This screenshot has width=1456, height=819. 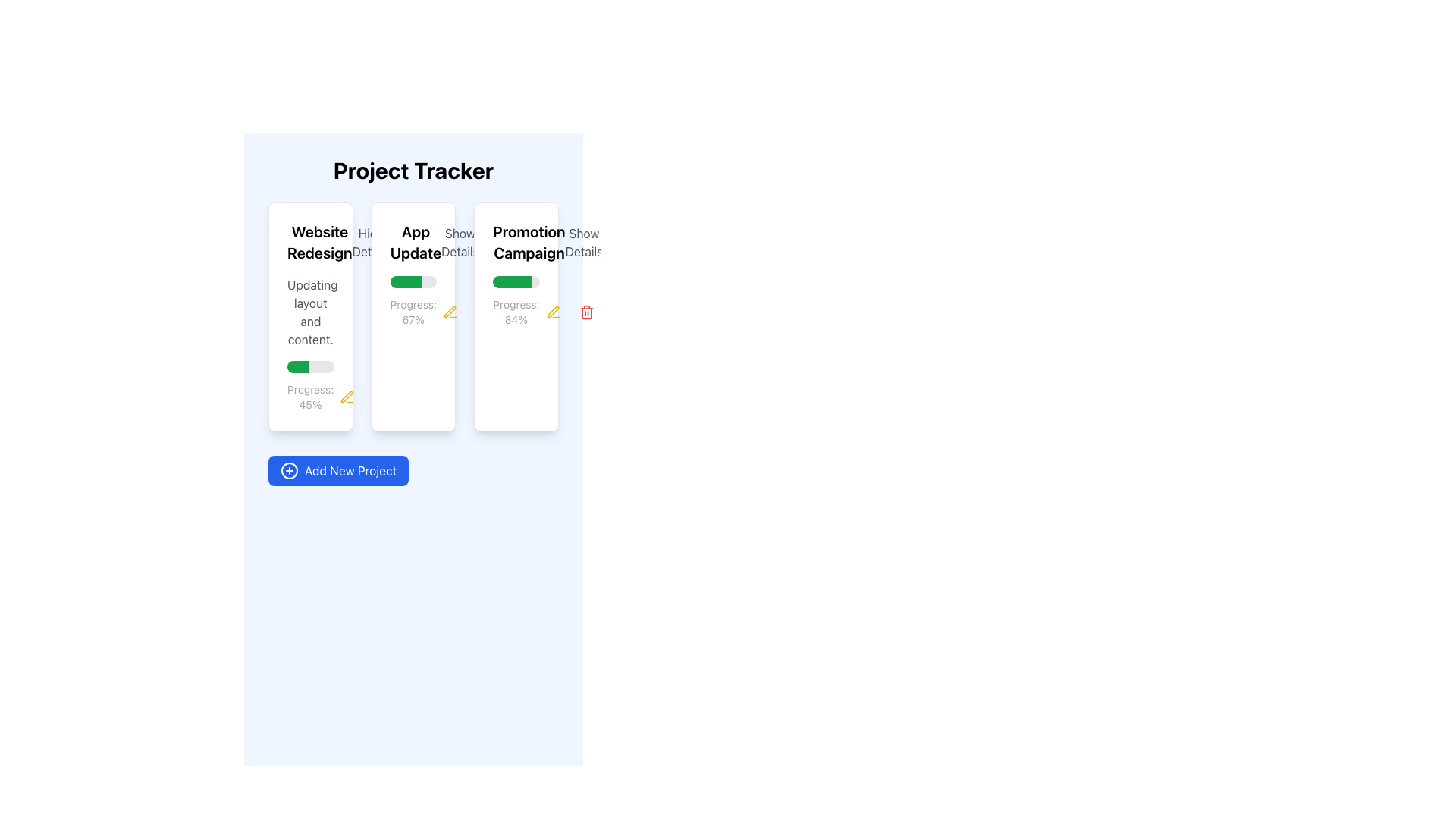 What do you see at coordinates (297, 366) in the screenshot?
I see `changes in the green progress bar representing 45% completion within the gray background bar in the 'Website Redesign' card` at bounding box center [297, 366].